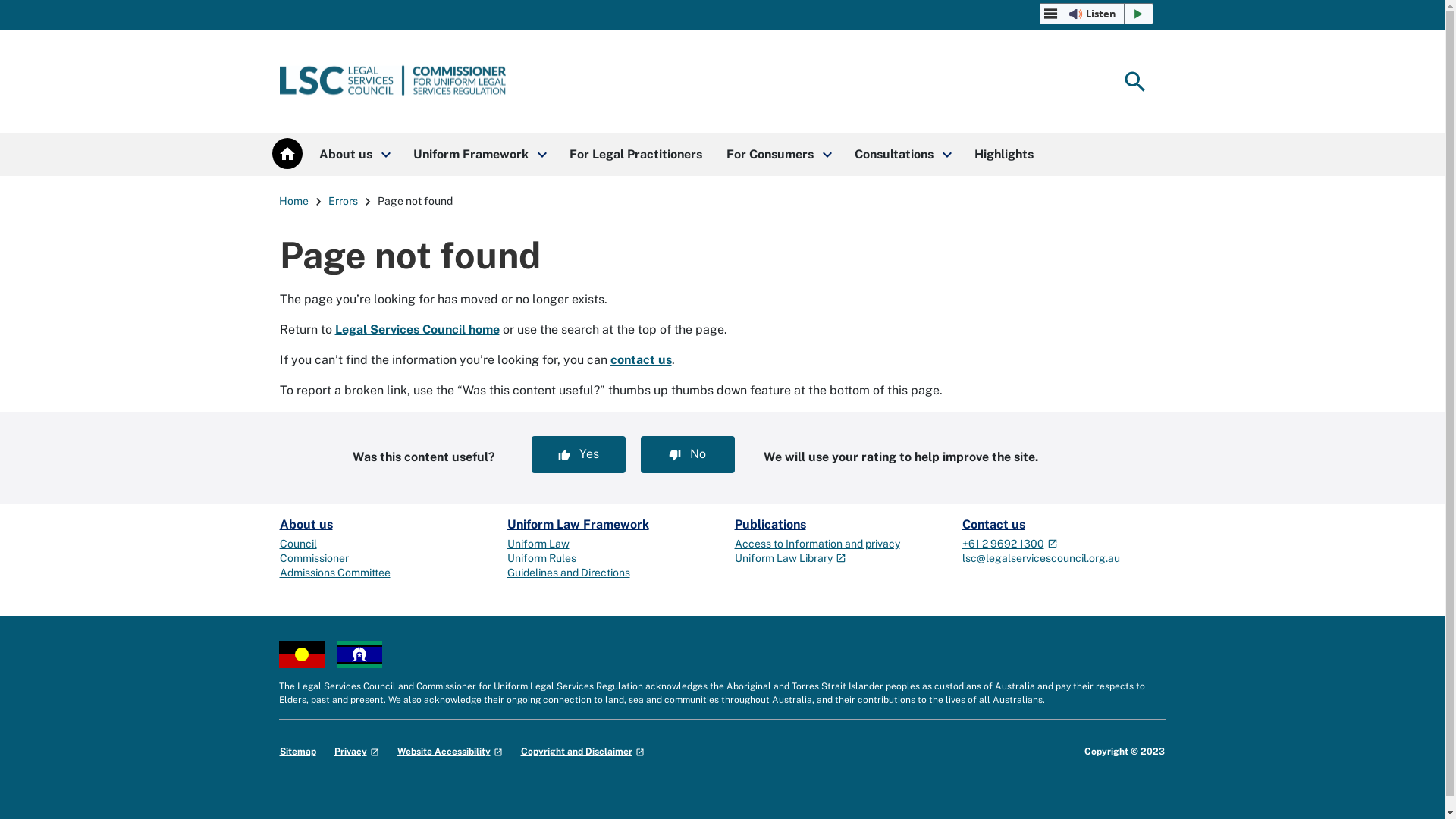 The image size is (1456, 819). Describe the element at coordinates (305, 523) in the screenshot. I see `'About us'` at that location.